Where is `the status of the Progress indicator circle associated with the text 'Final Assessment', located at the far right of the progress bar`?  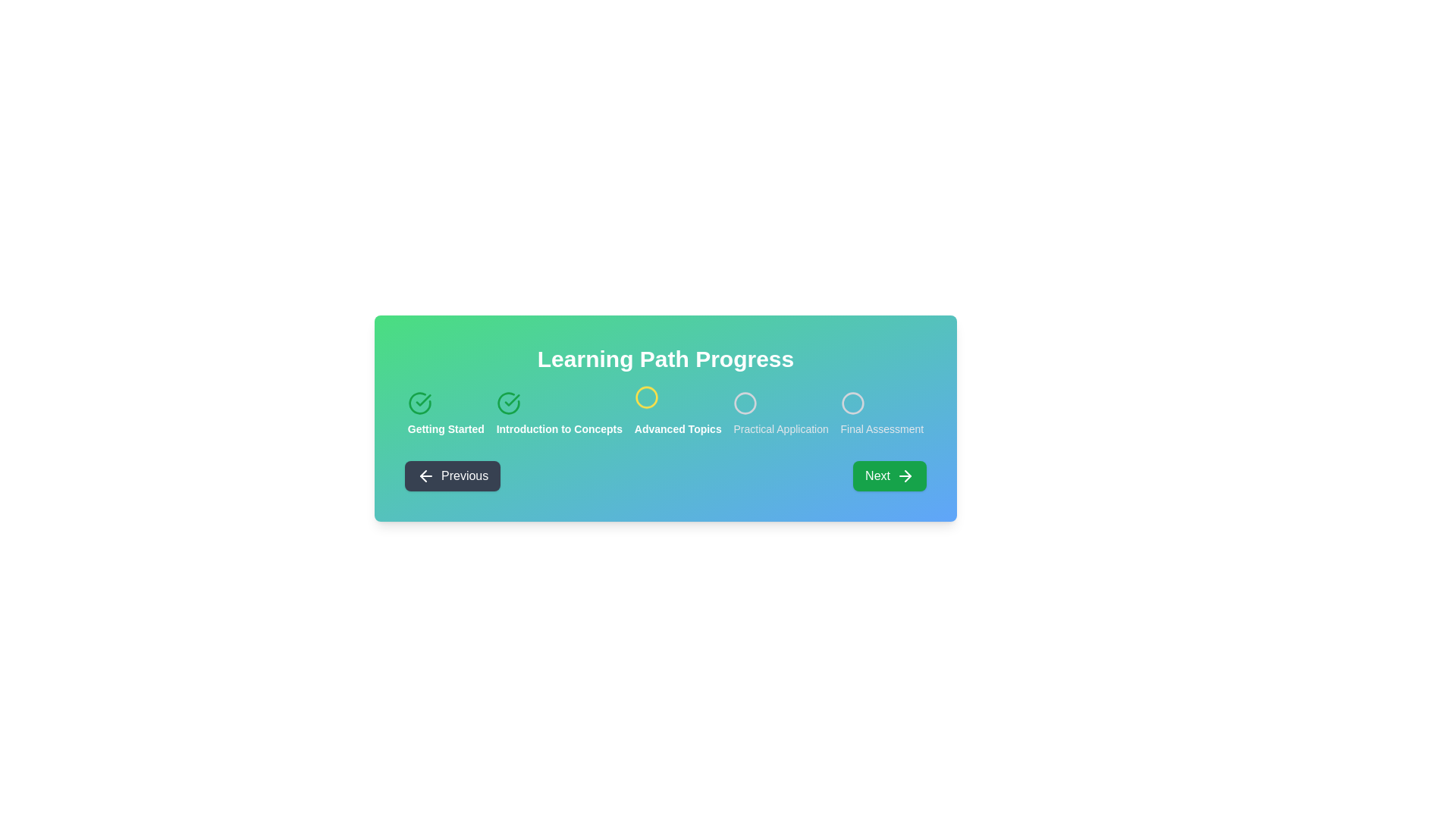
the status of the Progress indicator circle associated with the text 'Final Assessment', located at the far right of the progress bar is located at coordinates (852, 403).